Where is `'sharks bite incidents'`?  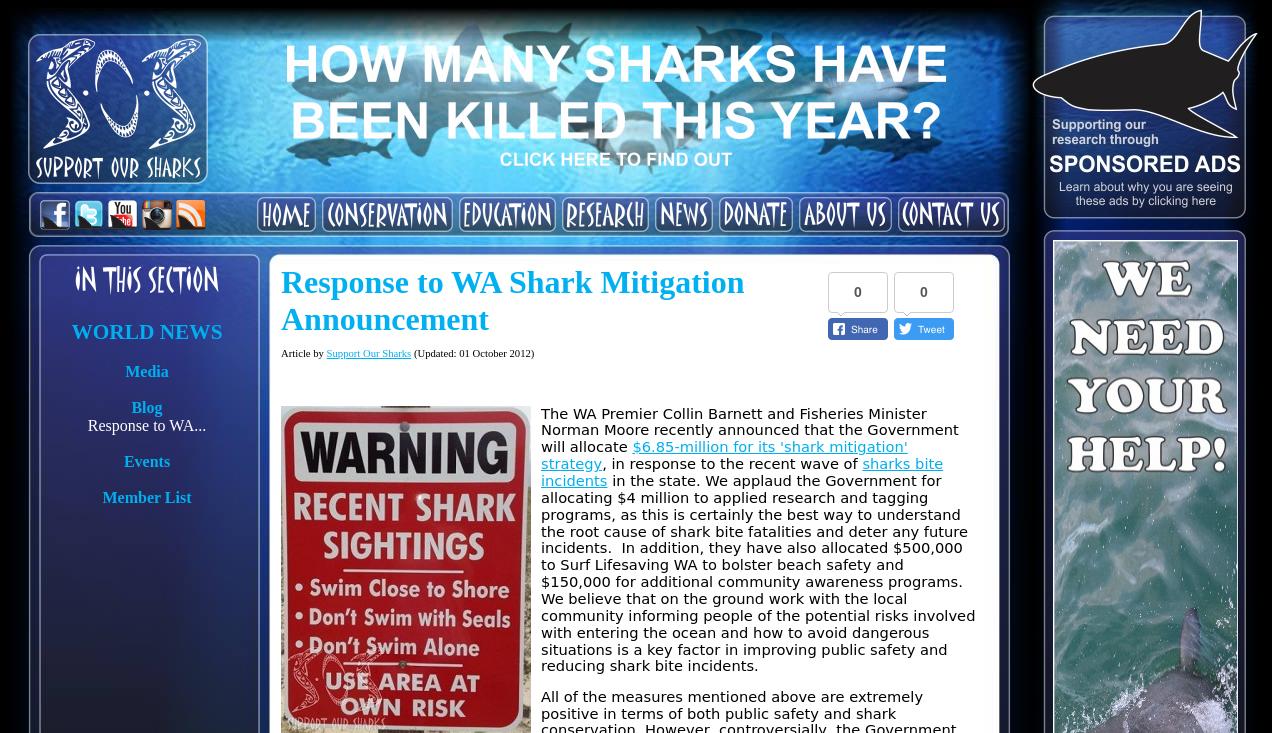 'sharks bite incidents' is located at coordinates (741, 470).